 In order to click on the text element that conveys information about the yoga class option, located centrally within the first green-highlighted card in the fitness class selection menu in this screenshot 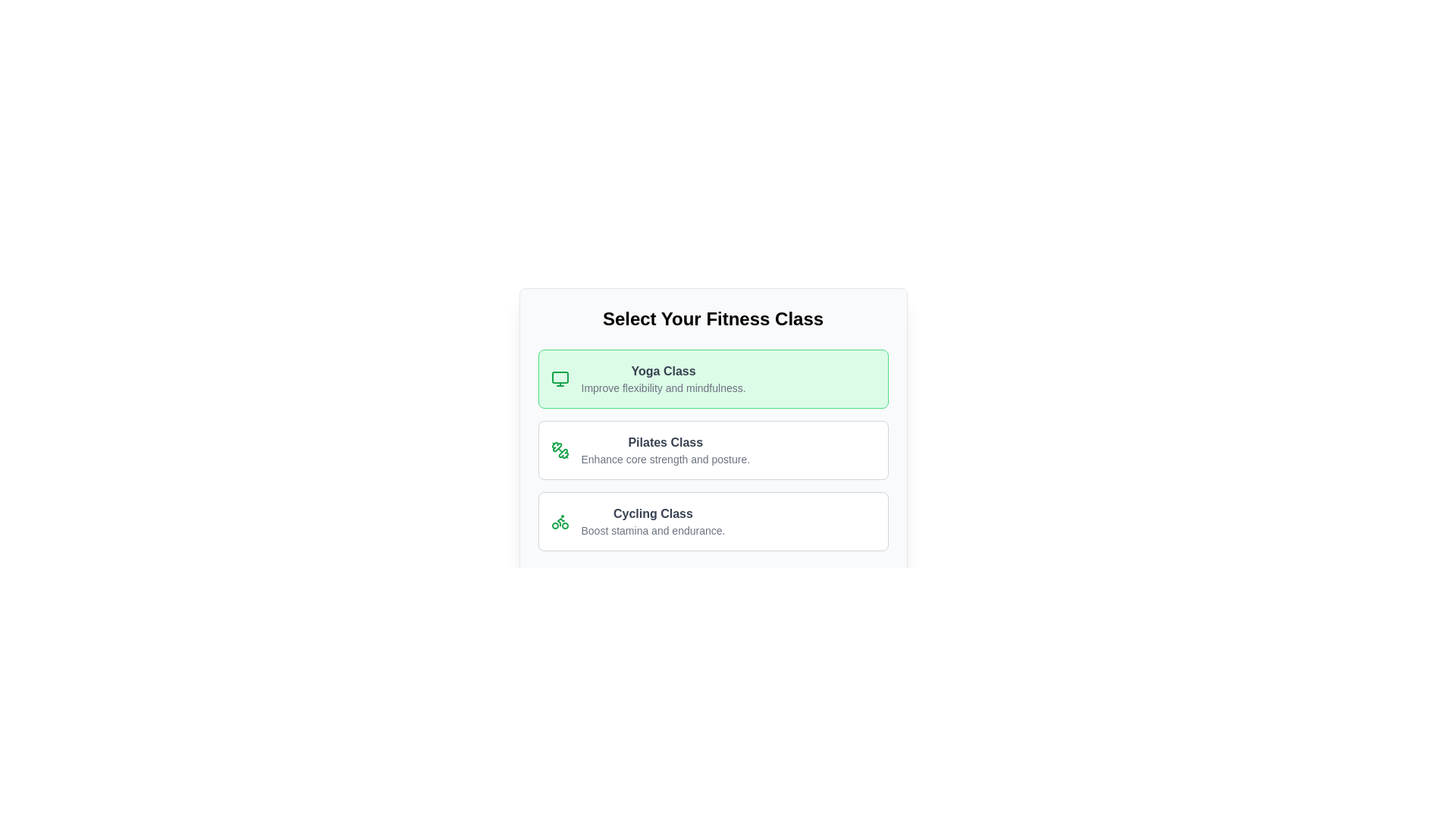, I will do `click(664, 378)`.